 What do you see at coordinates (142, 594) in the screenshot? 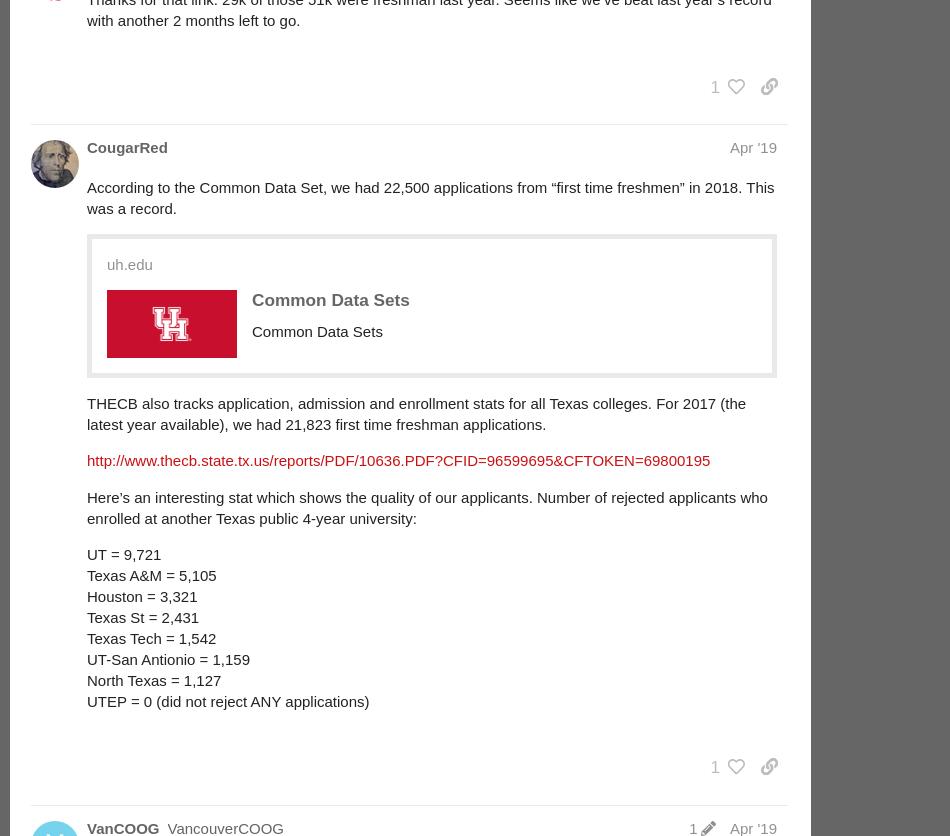
I see `'Houston = 3,321'` at bounding box center [142, 594].